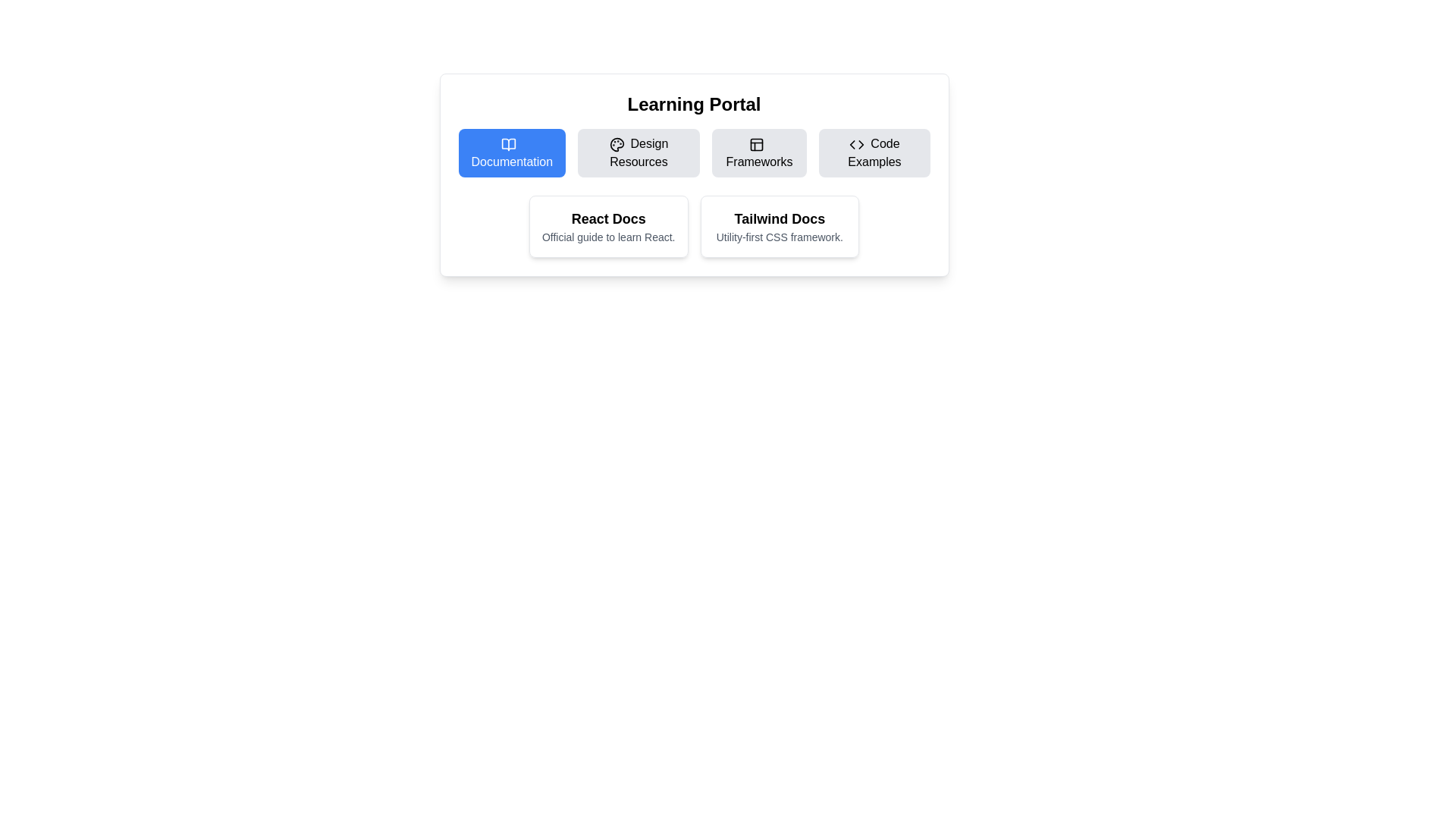 The width and height of the screenshot is (1456, 819). What do you see at coordinates (780, 227) in the screenshot?
I see `the Tailwind CSS informational card for keyboard navigation` at bounding box center [780, 227].